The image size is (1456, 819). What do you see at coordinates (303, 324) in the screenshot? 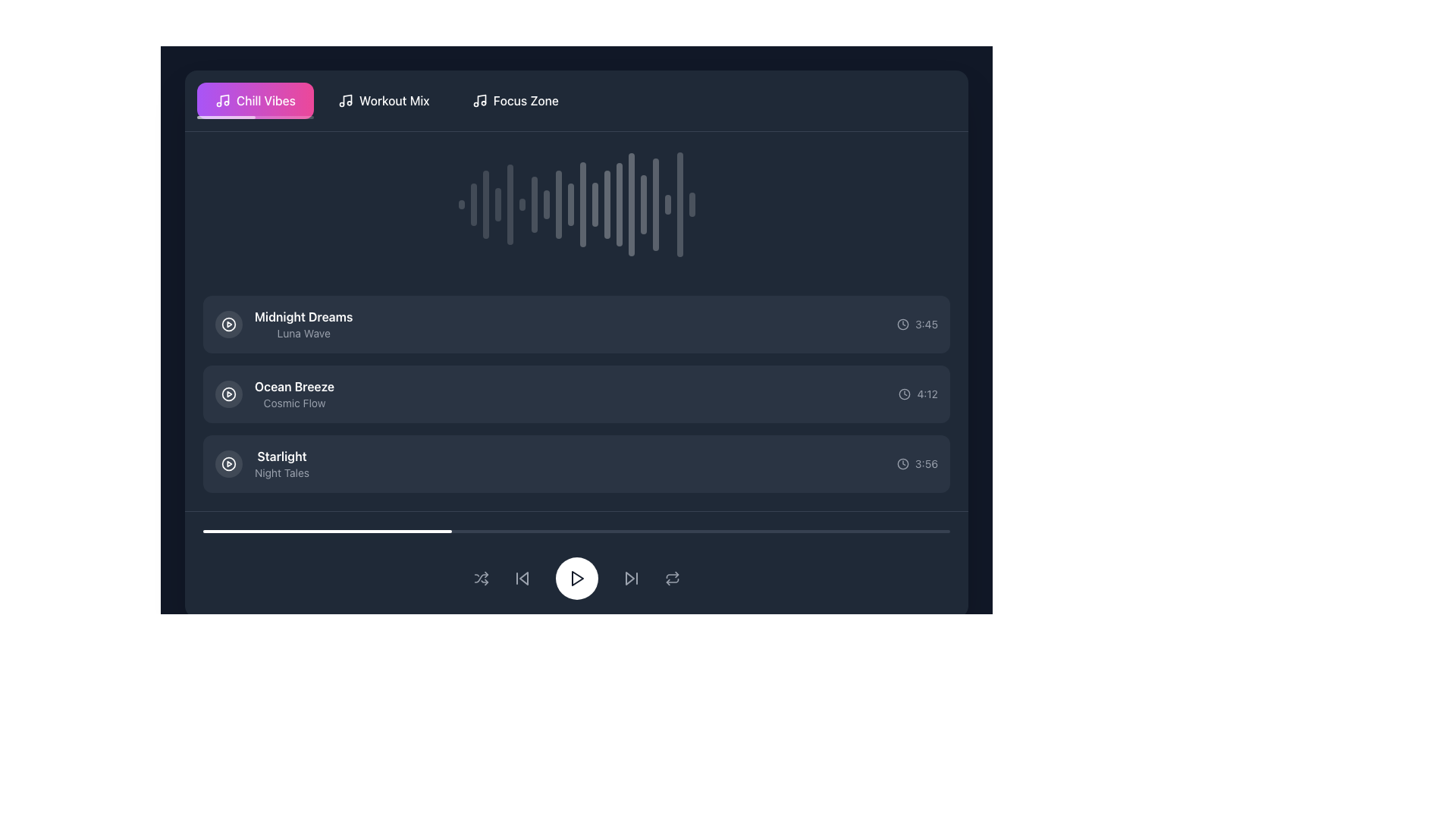
I see `the text block displaying the song title and subtitle, which is the first item in a vertical list of song entries` at bounding box center [303, 324].